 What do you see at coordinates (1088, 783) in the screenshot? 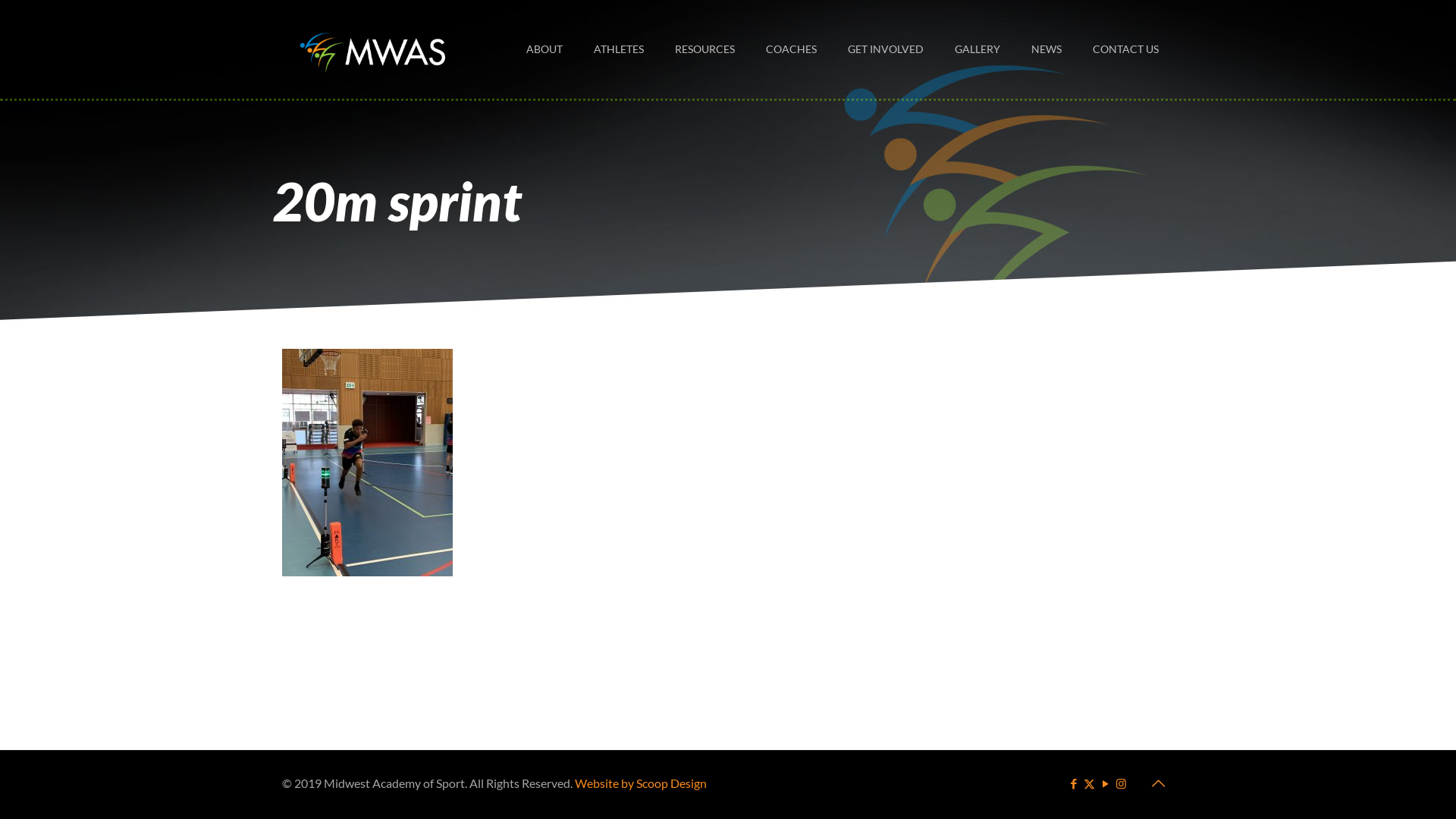
I see `'X (Twitter)'` at bounding box center [1088, 783].